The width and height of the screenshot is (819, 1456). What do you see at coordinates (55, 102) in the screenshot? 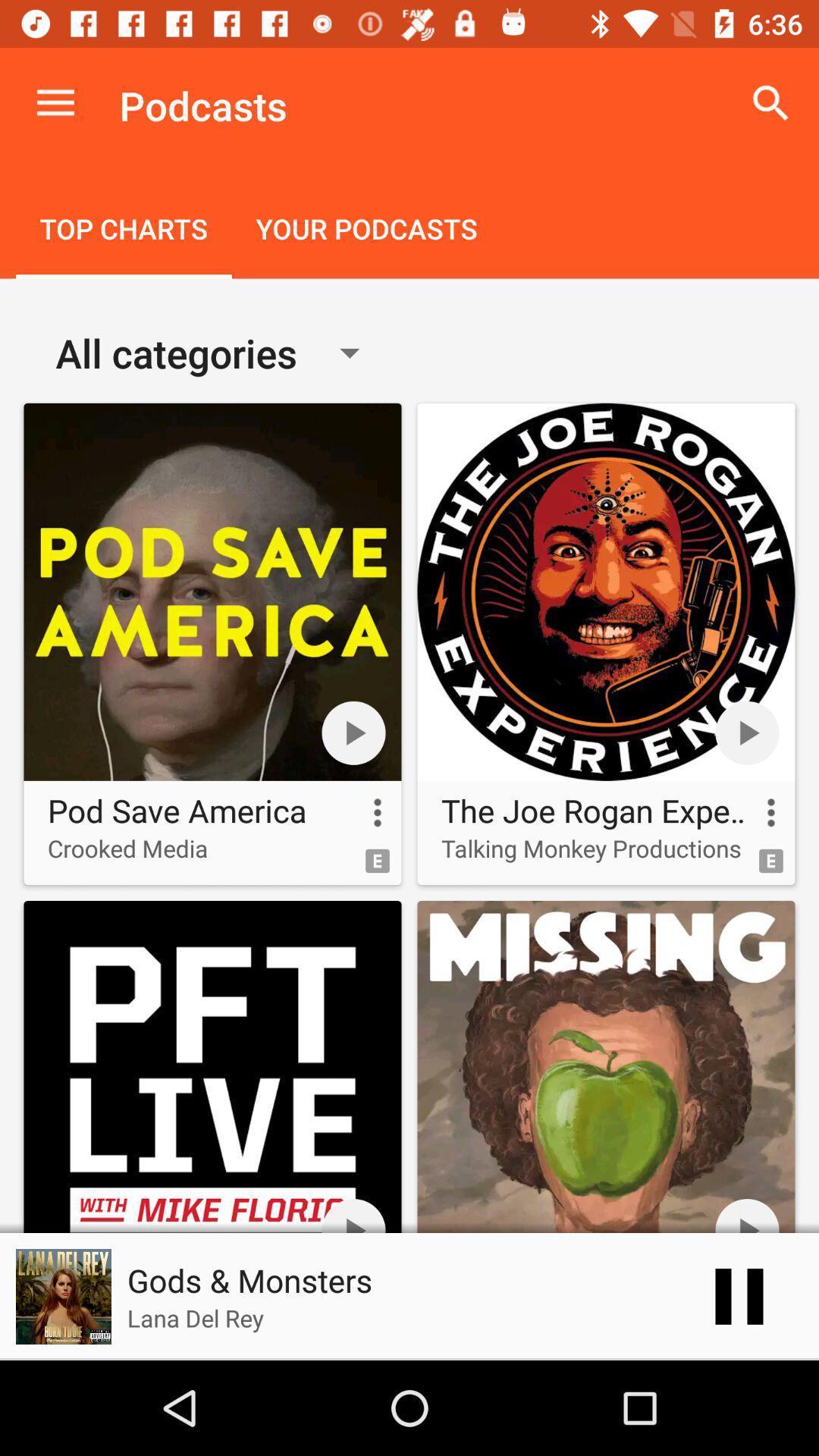
I see `icon next to podcasts` at bounding box center [55, 102].